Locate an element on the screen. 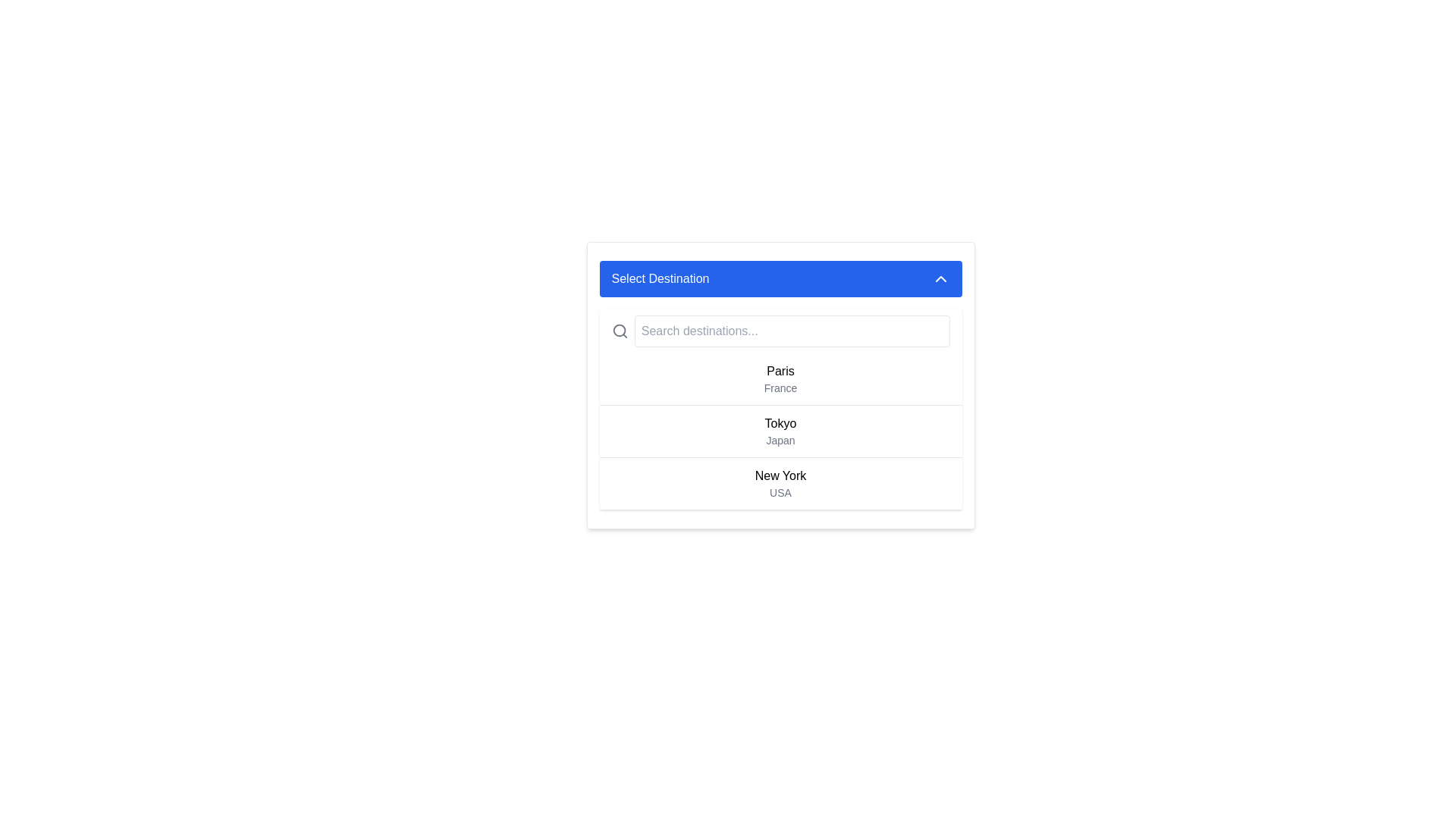 The width and height of the screenshot is (1456, 819). the dropdown list item labeled 'Paris' with a subtitle 'France' is located at coordinates (780, 378).